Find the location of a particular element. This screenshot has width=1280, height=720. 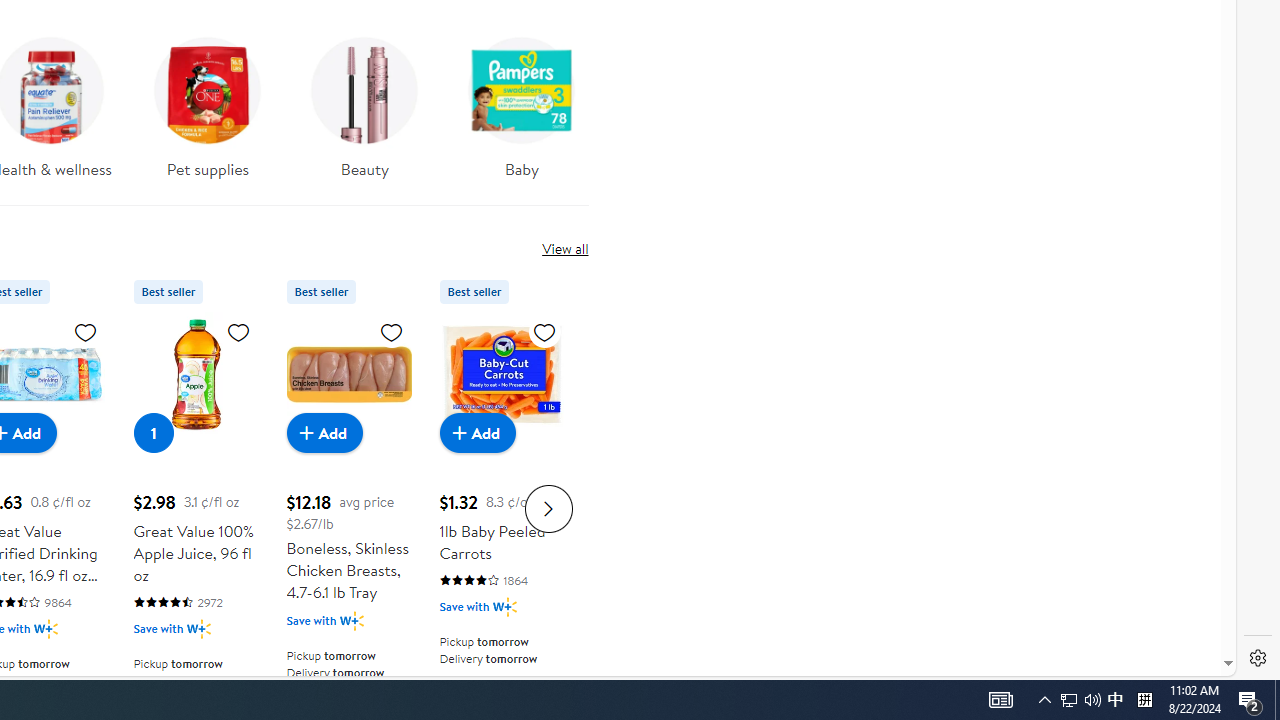

'Baby' is located at coordinates (522, 114).